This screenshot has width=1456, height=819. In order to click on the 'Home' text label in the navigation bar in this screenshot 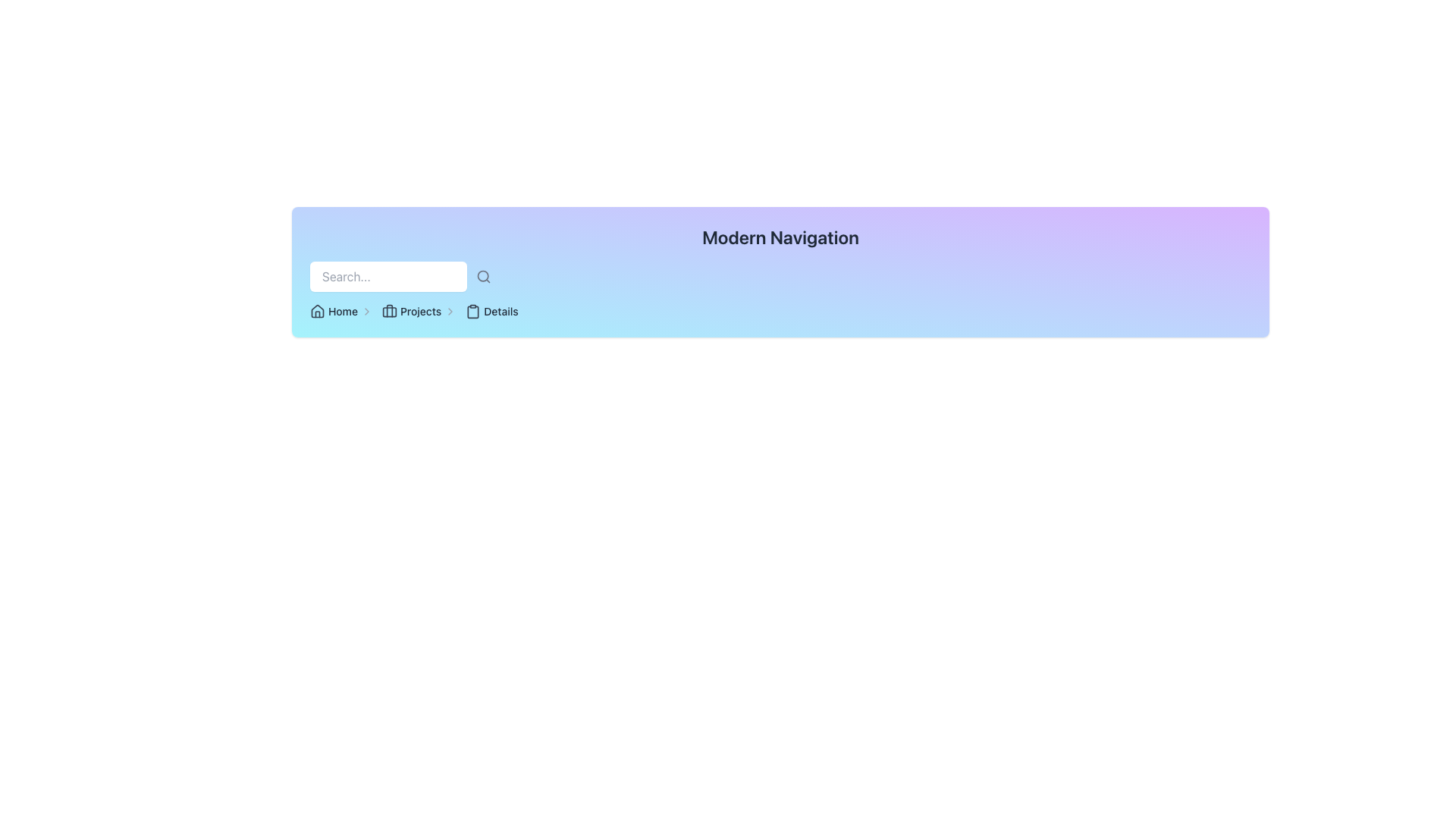, I will do `click(342, 311)`.